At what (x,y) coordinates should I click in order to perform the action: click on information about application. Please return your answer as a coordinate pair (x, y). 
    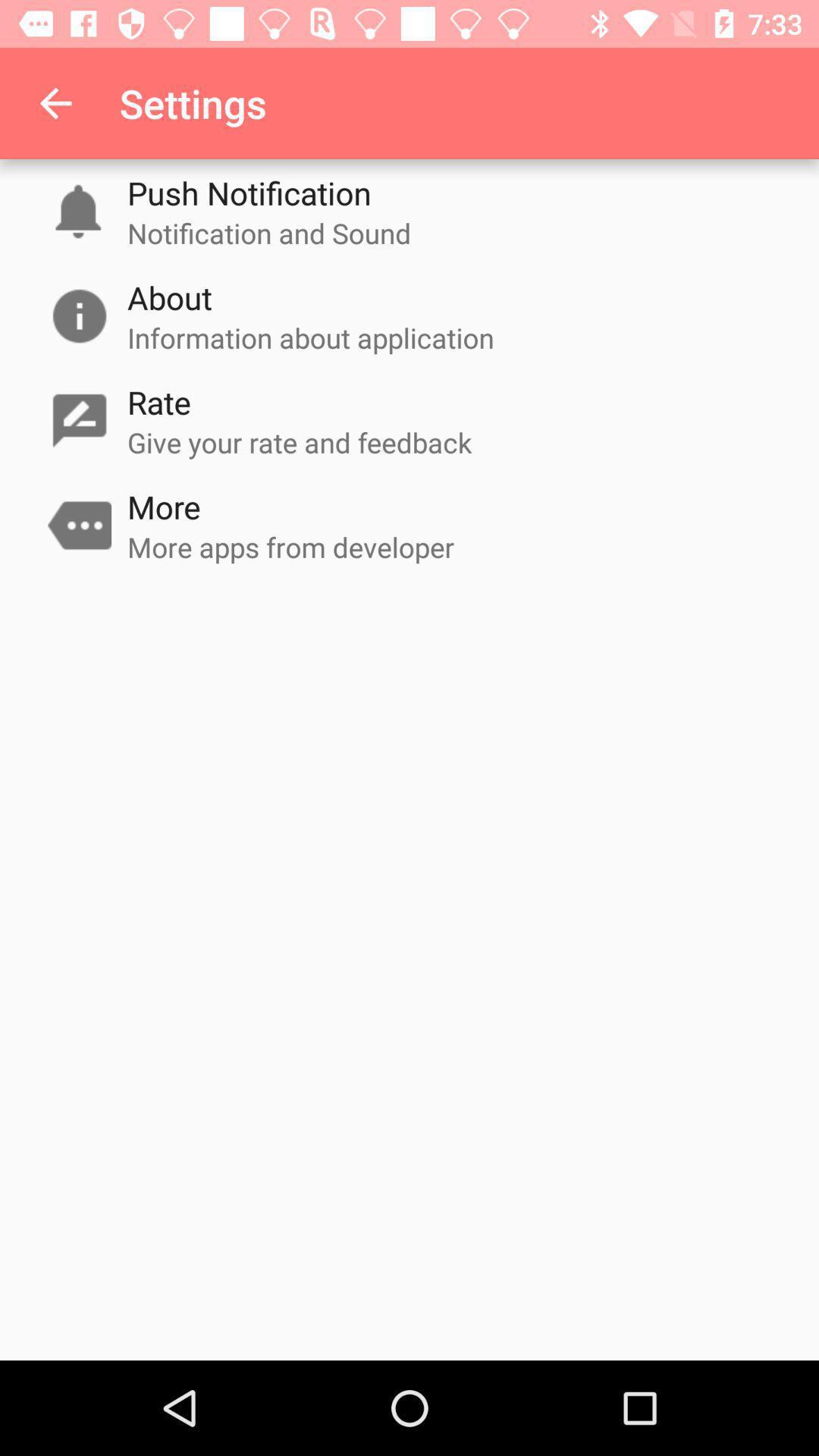
    Looking at the image, I should click on (309, 337).